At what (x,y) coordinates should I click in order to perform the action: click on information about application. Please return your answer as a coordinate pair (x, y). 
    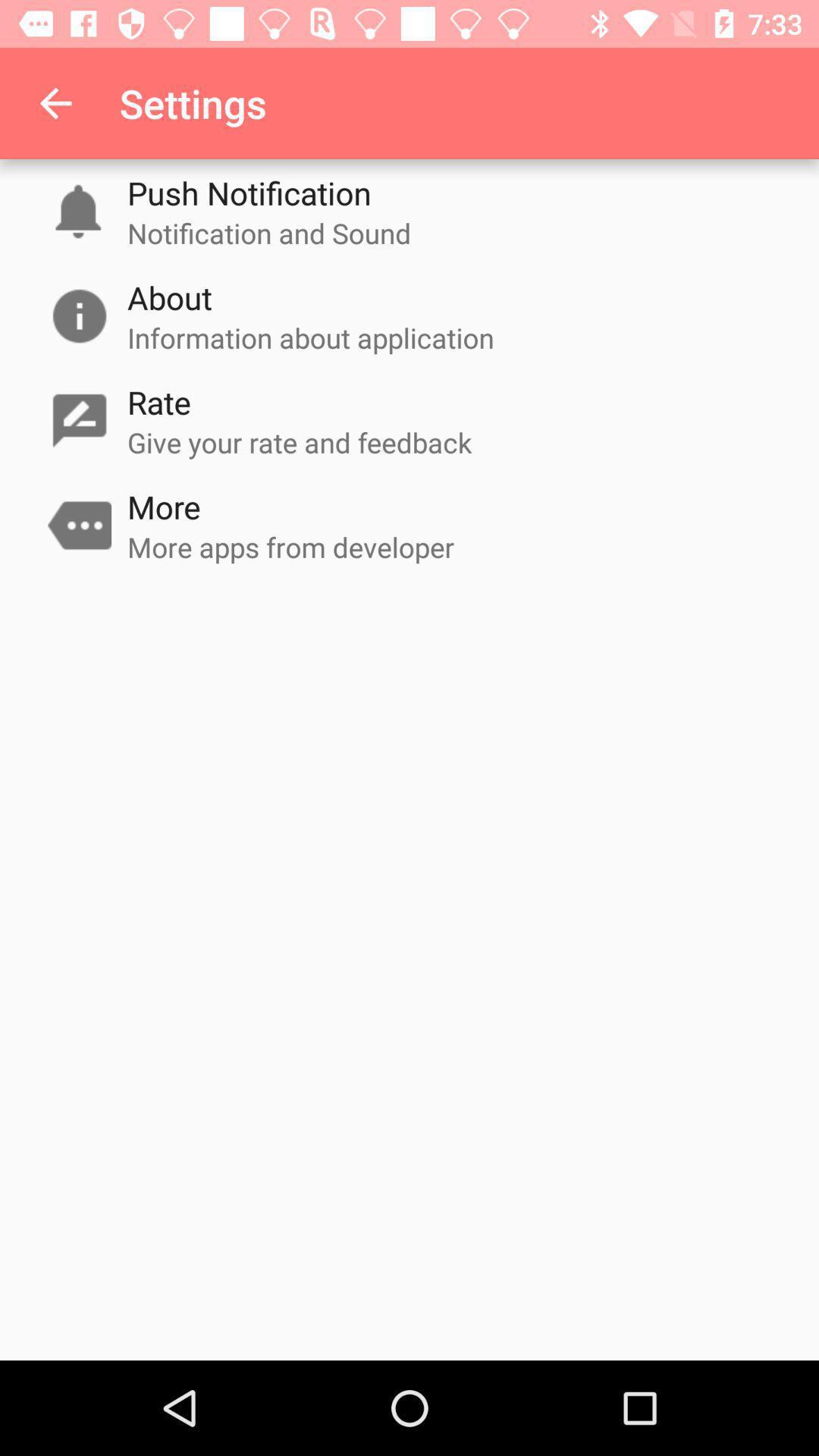
    Looking at the image, I should click on (309, 337).